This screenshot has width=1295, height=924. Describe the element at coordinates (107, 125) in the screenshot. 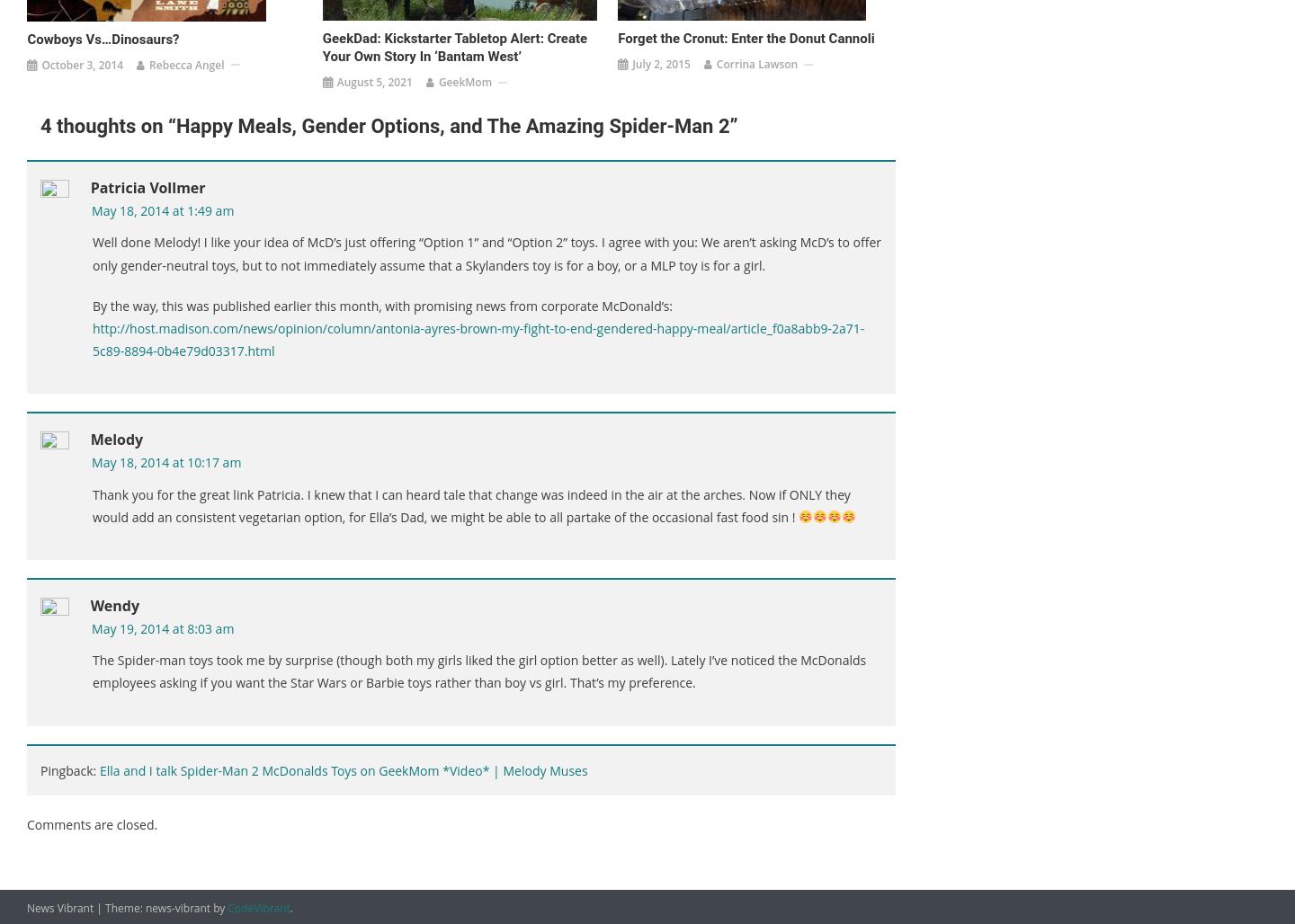

I see `'4 thoughts on “'` at that location.